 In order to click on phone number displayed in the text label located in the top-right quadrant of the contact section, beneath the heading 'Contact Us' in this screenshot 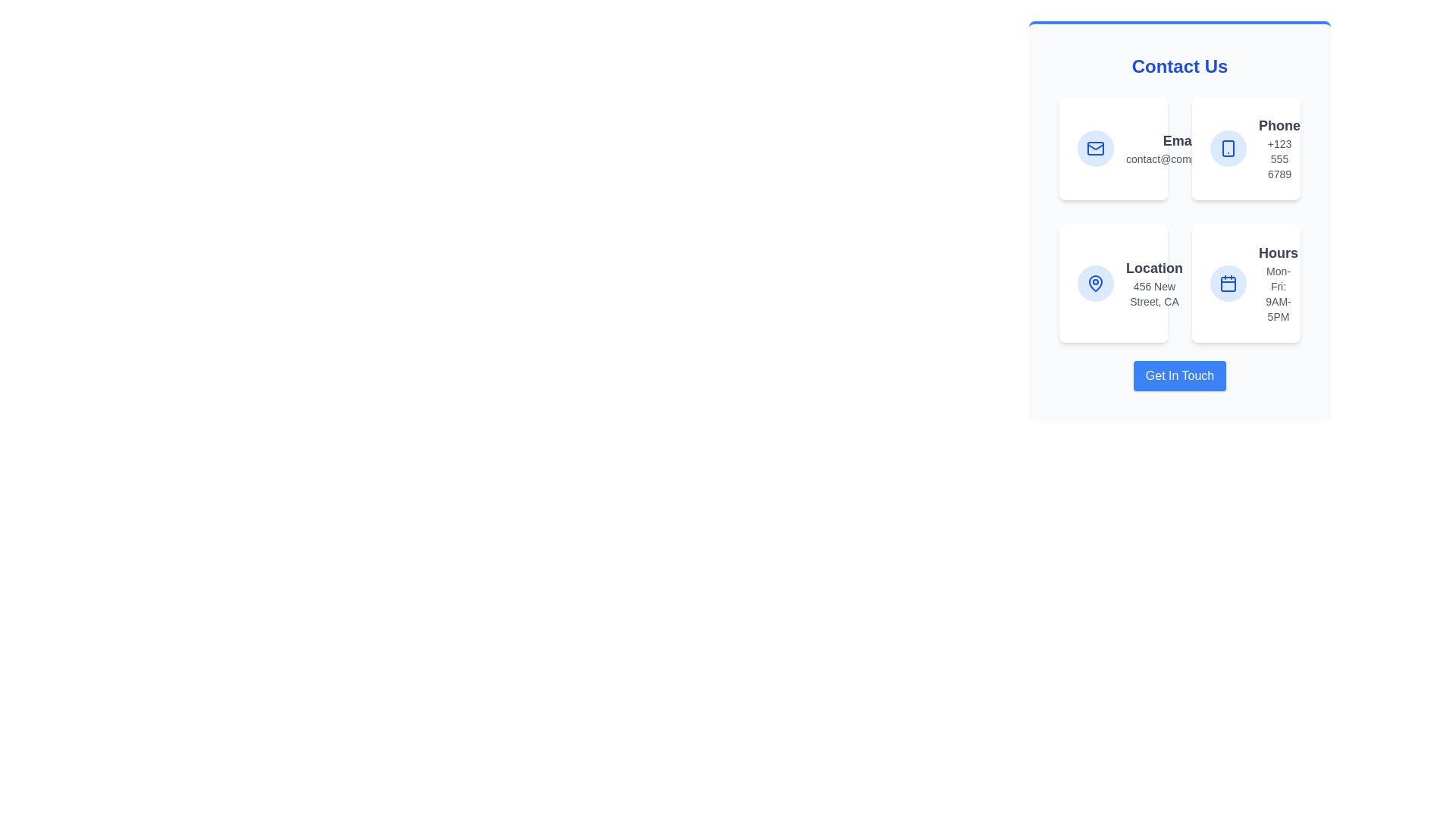, I will do `click(1279, 158)`.